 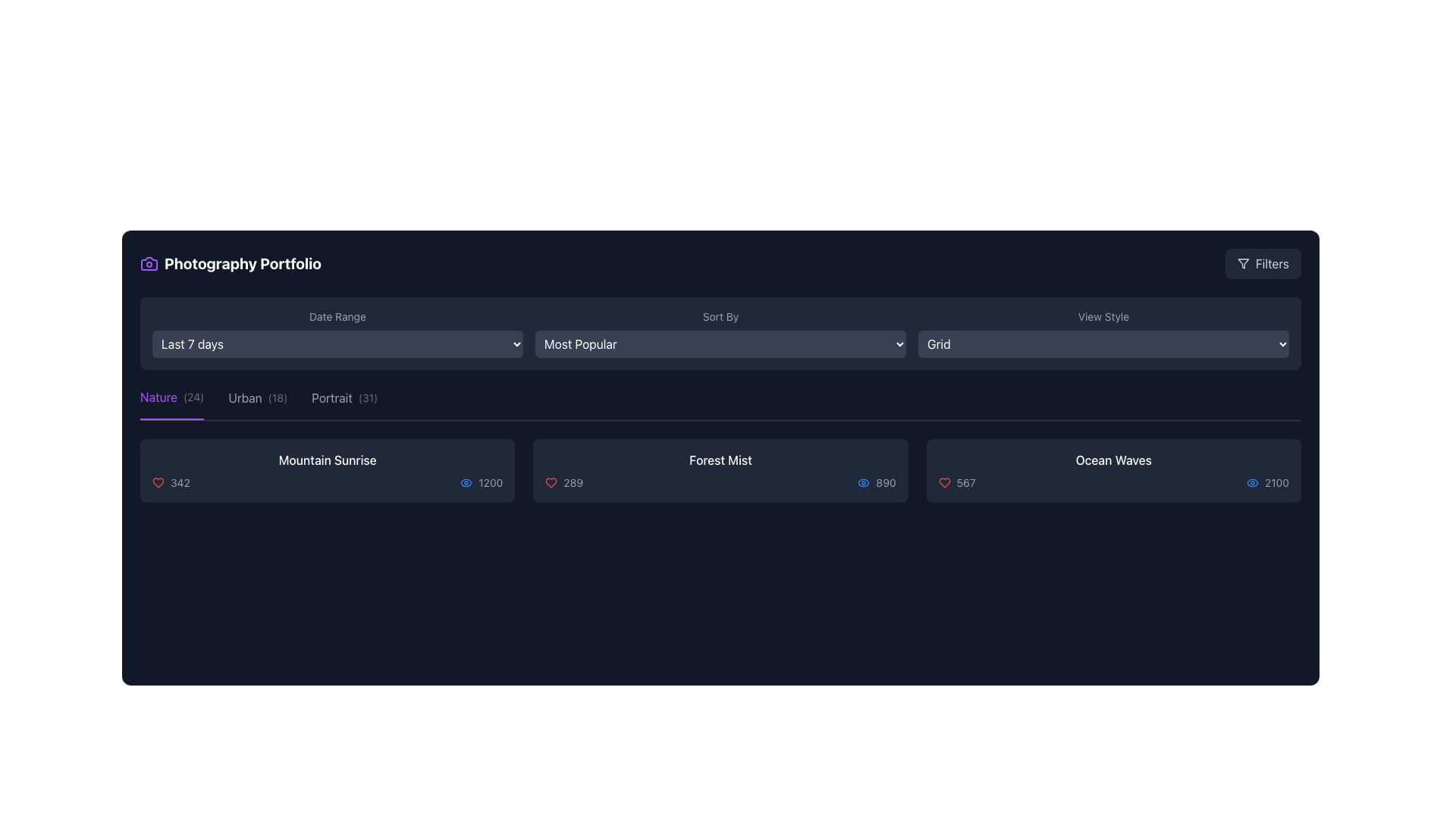 What do you see at coordinates (1252, 482) in the screenshot?
I see `the views icon (SVG graphic) located to the right of the 'Ocean Waves' title and the numerical value '2100' in the last card of the item row` at bounding box center [1252, 482].